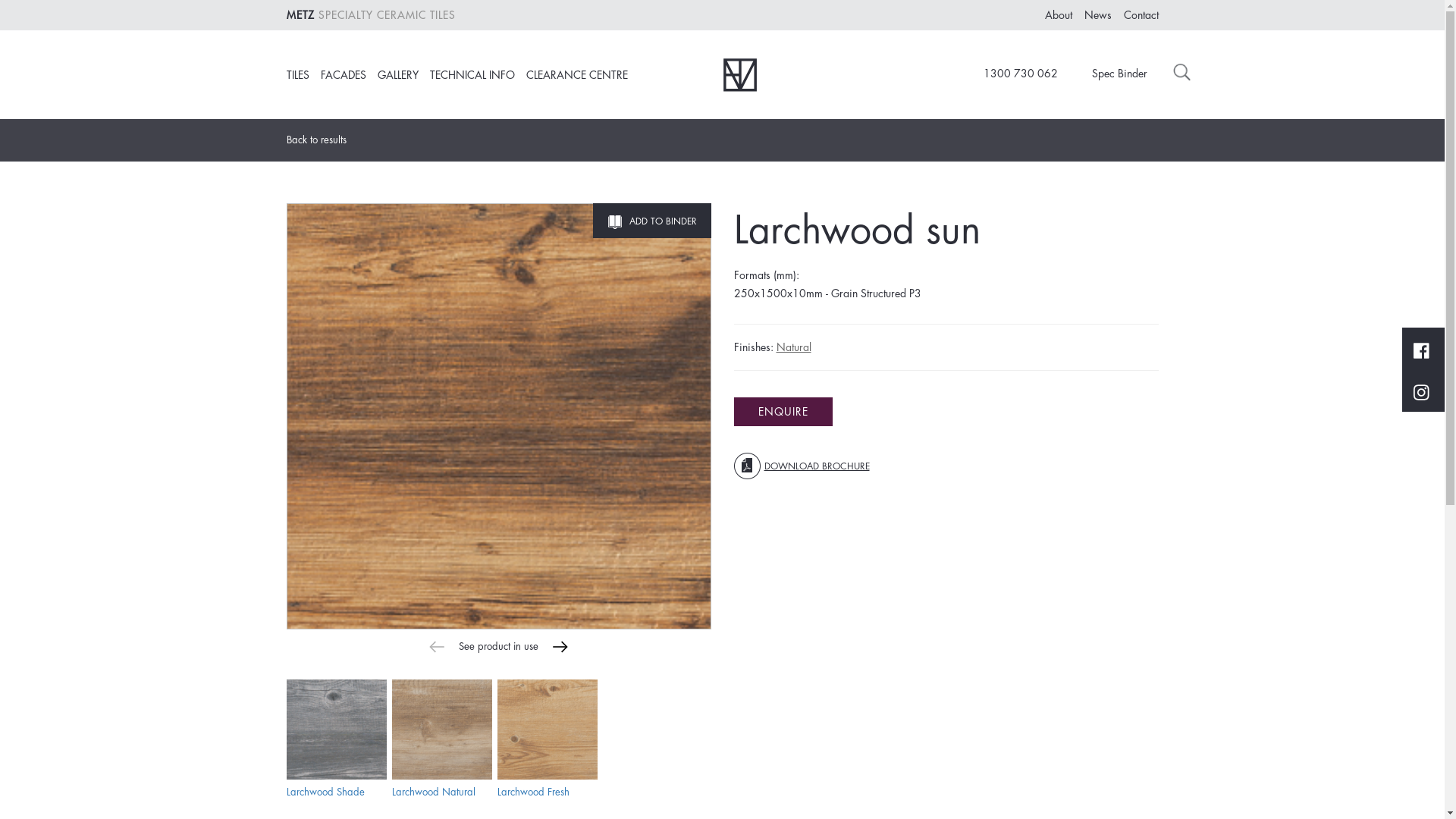 This screenshot has height=819, width=1456. I want to click on 'TECHNICAL INFO', so click(471, 75).